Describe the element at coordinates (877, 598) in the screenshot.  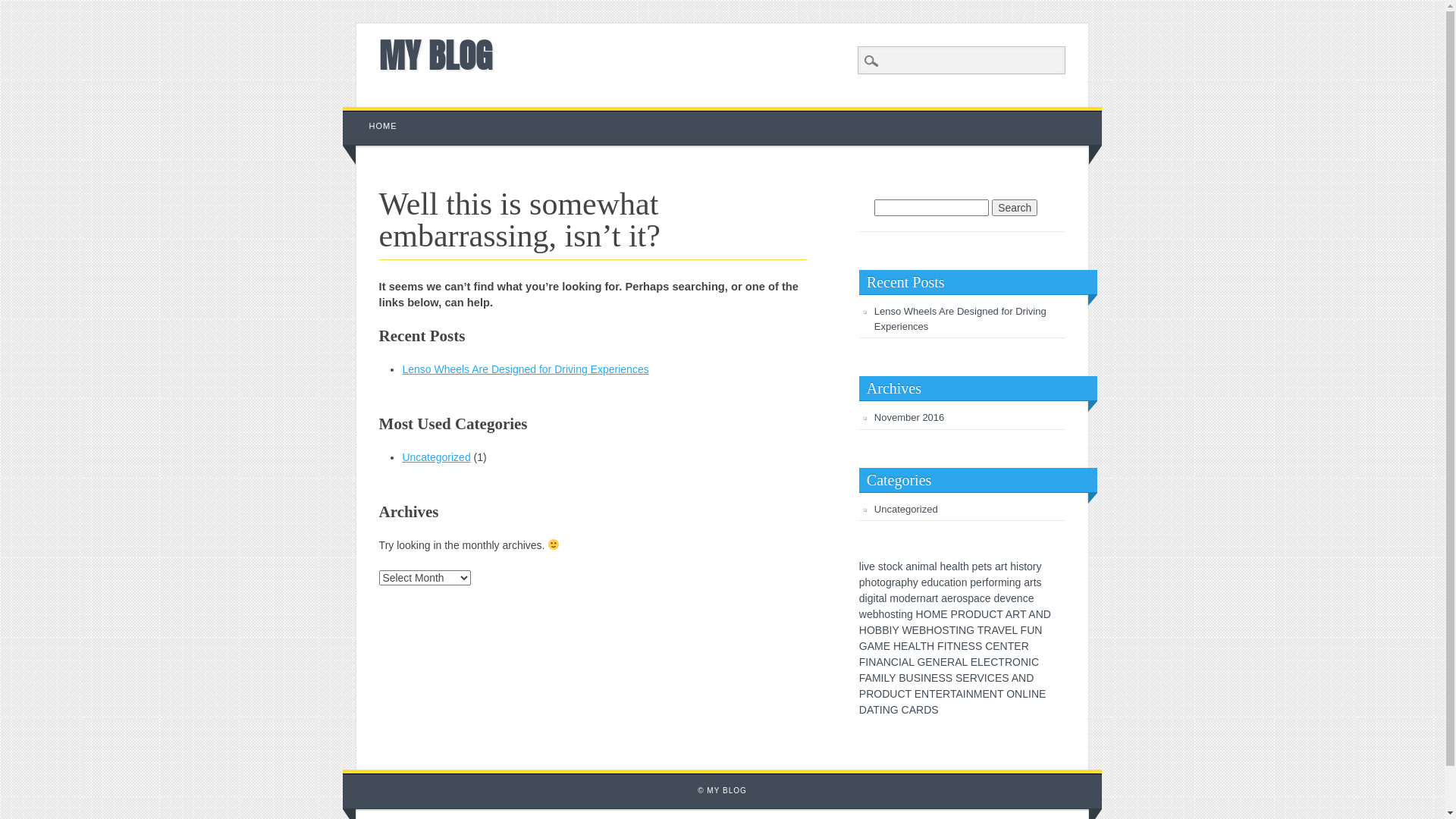
I see `'t'` at that location.